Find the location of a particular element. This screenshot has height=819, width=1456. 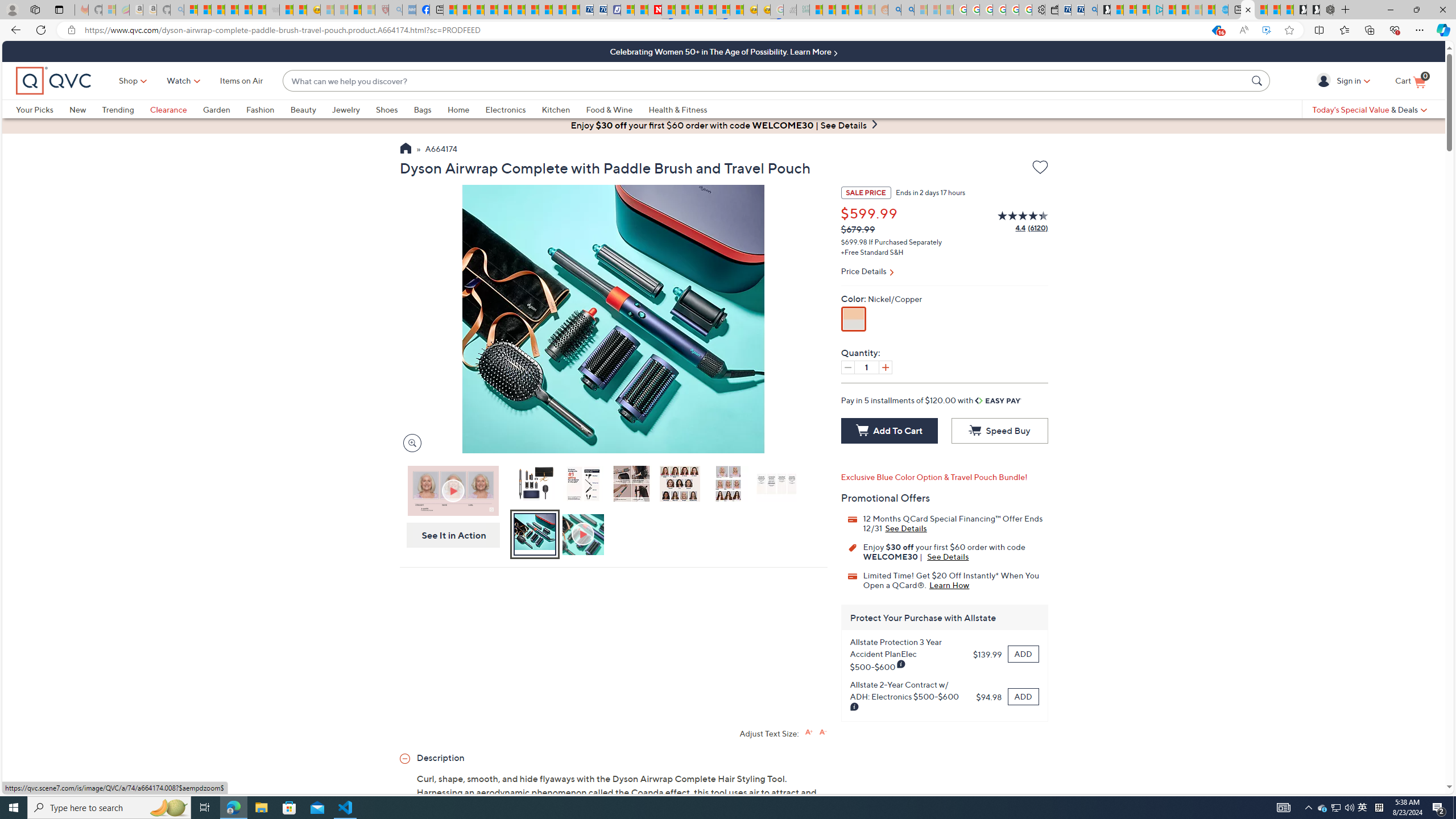

'Electronics' is located at coordinates (512, 109).